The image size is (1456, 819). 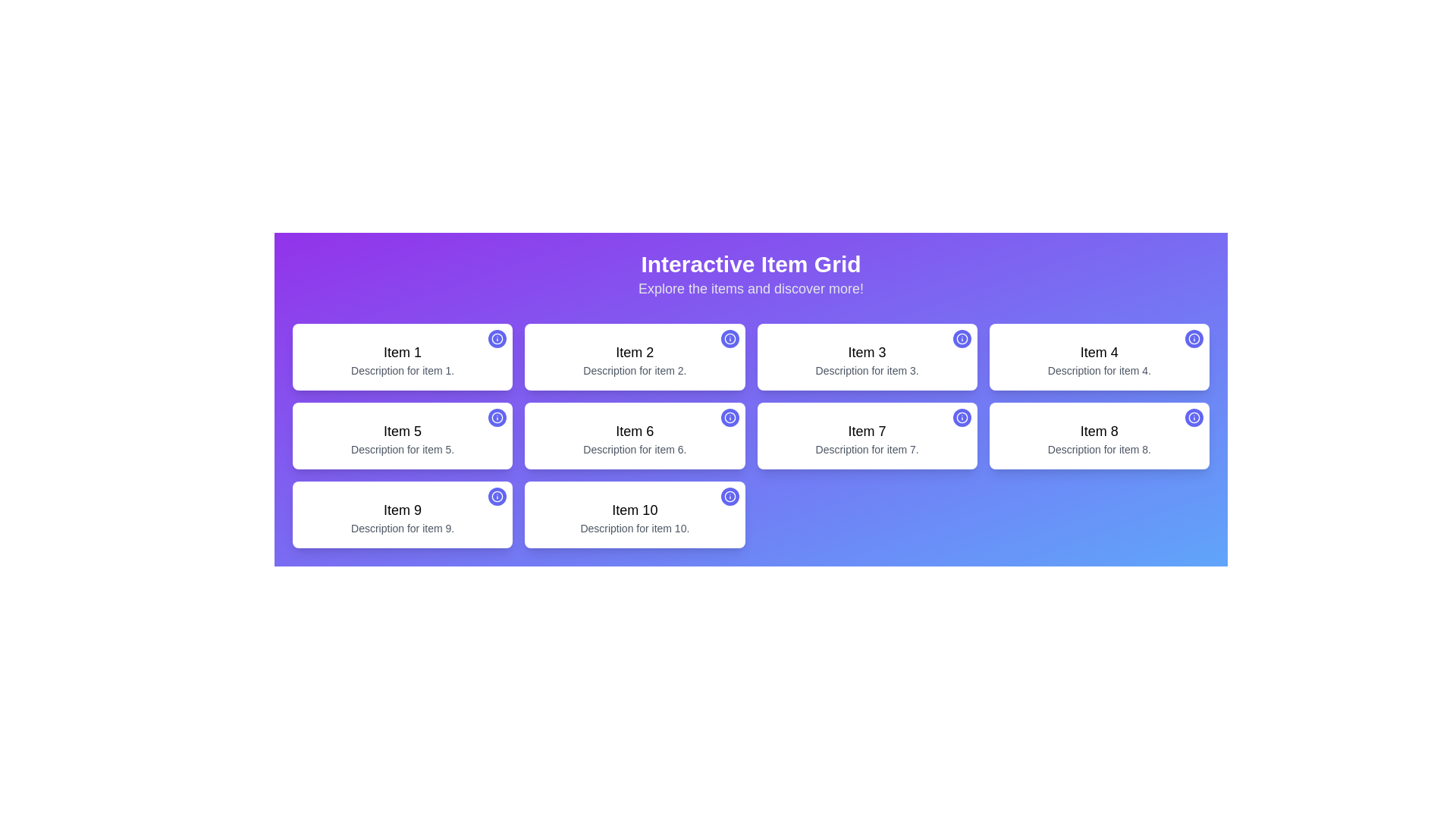 I want to click on the descriptive text area located below the title 'Item 6' in the card positioned in the second row, third column of the grid layout, so click(x=635, y=449).